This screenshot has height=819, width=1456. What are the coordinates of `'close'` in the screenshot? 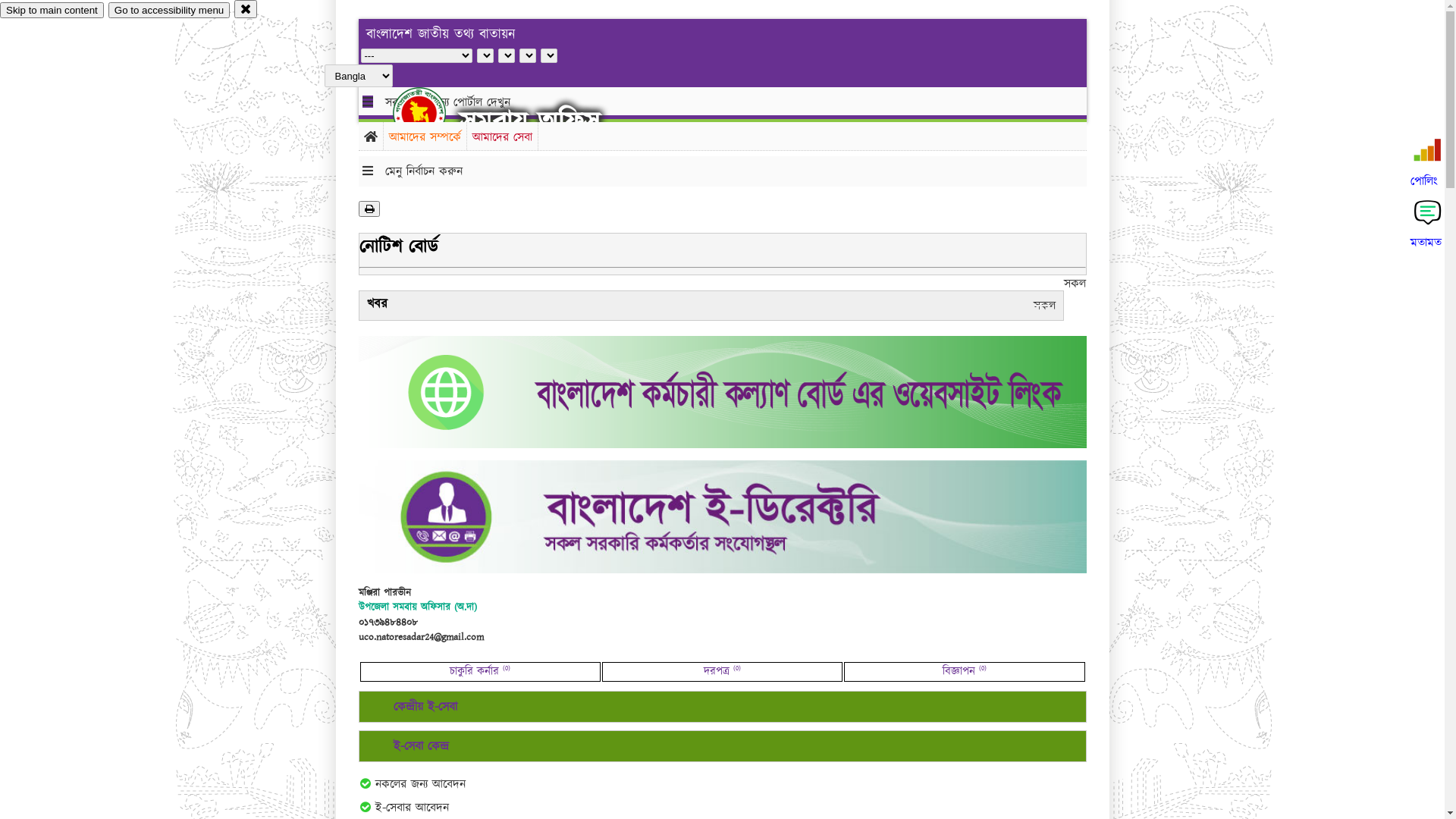 It's located at (246, 8).